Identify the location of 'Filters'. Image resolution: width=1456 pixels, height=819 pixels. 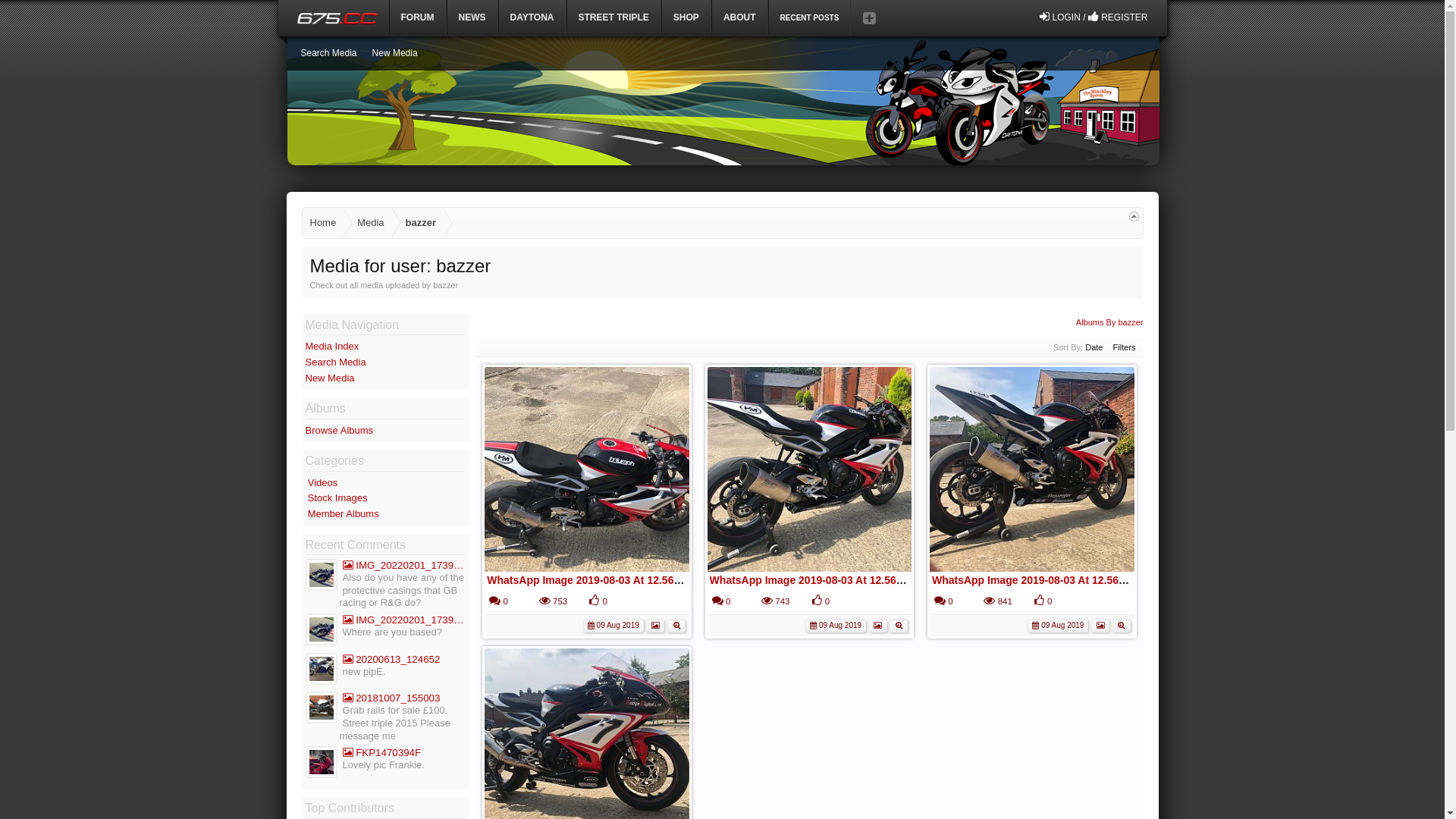
(1125, 347).